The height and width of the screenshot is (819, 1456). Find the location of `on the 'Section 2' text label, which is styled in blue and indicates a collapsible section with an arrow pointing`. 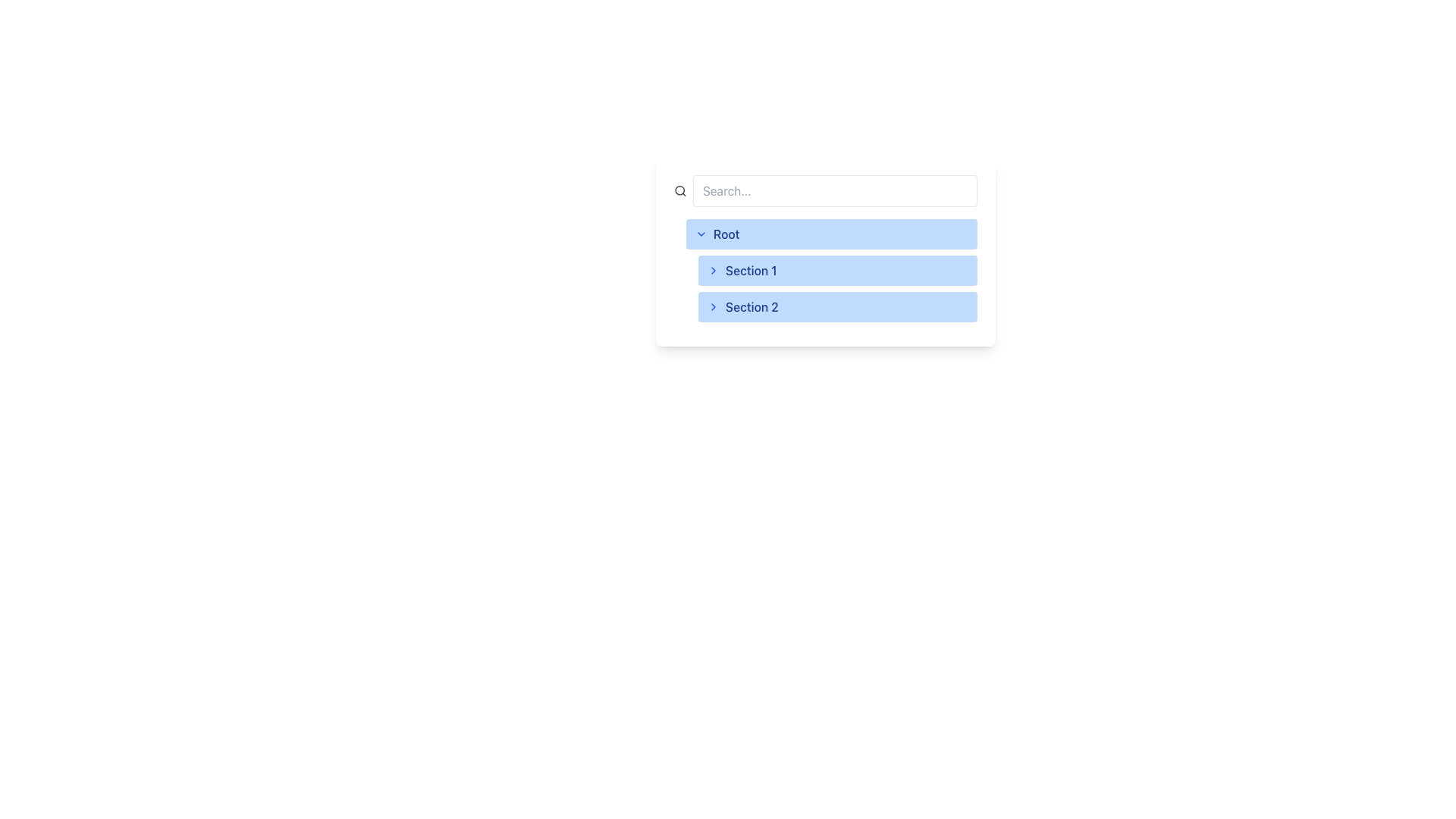

on the 'Section 2' text label, which is styled in blue and indicates a collapsible section with an arrow pointing is located at coordinates (742, 307).